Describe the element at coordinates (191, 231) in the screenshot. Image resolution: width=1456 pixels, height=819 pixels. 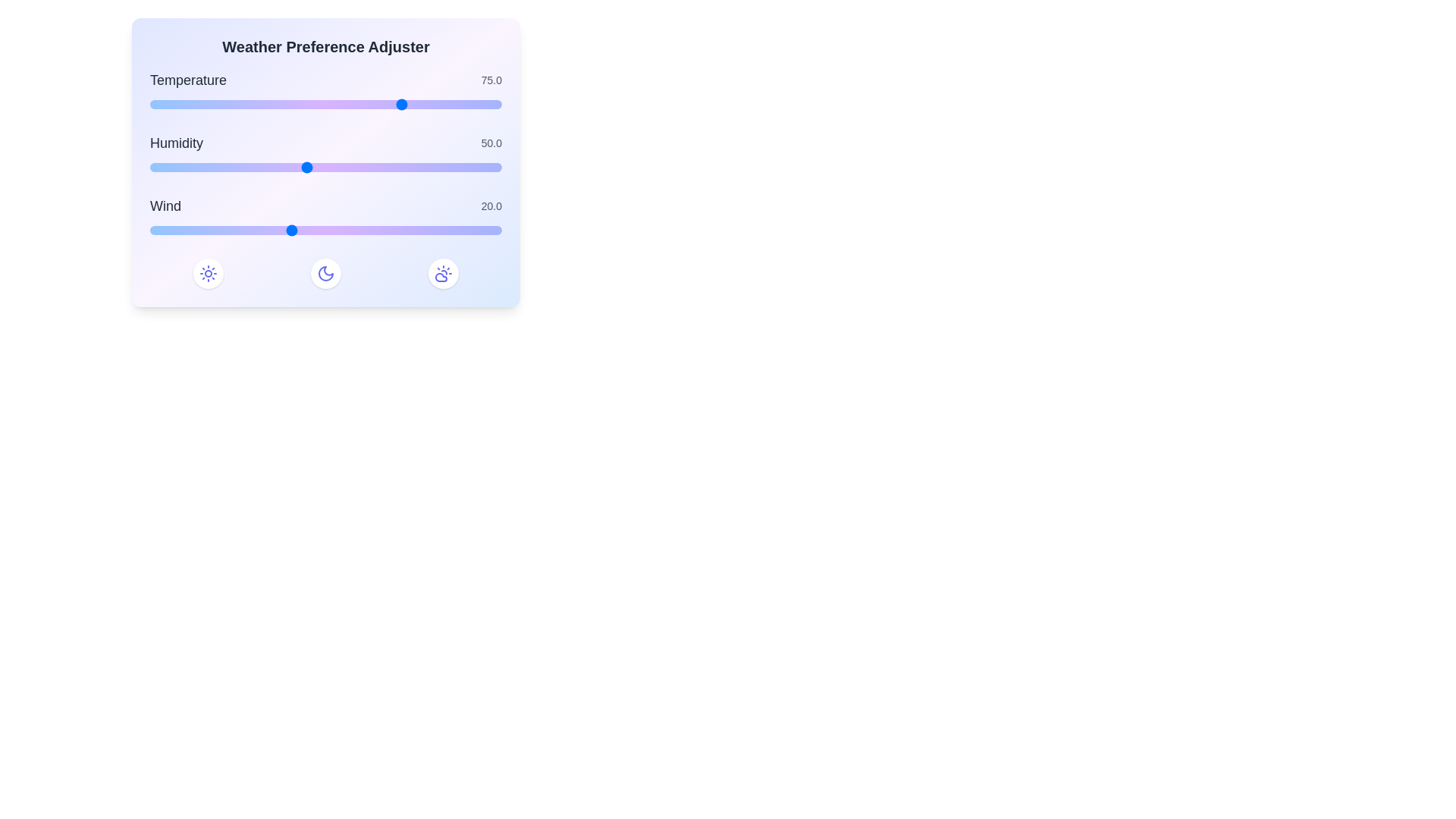
I see `wind value` at that location.